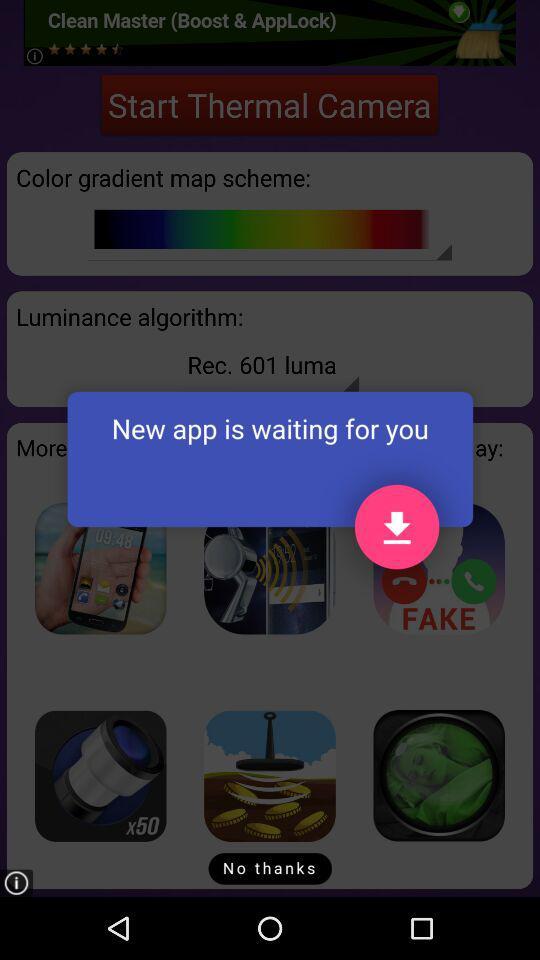 This screenshot has height=960, width=540. Describe the element at coordinates (269, 31) in the screenshot. I see `the item above start thermal camera button` at that location.